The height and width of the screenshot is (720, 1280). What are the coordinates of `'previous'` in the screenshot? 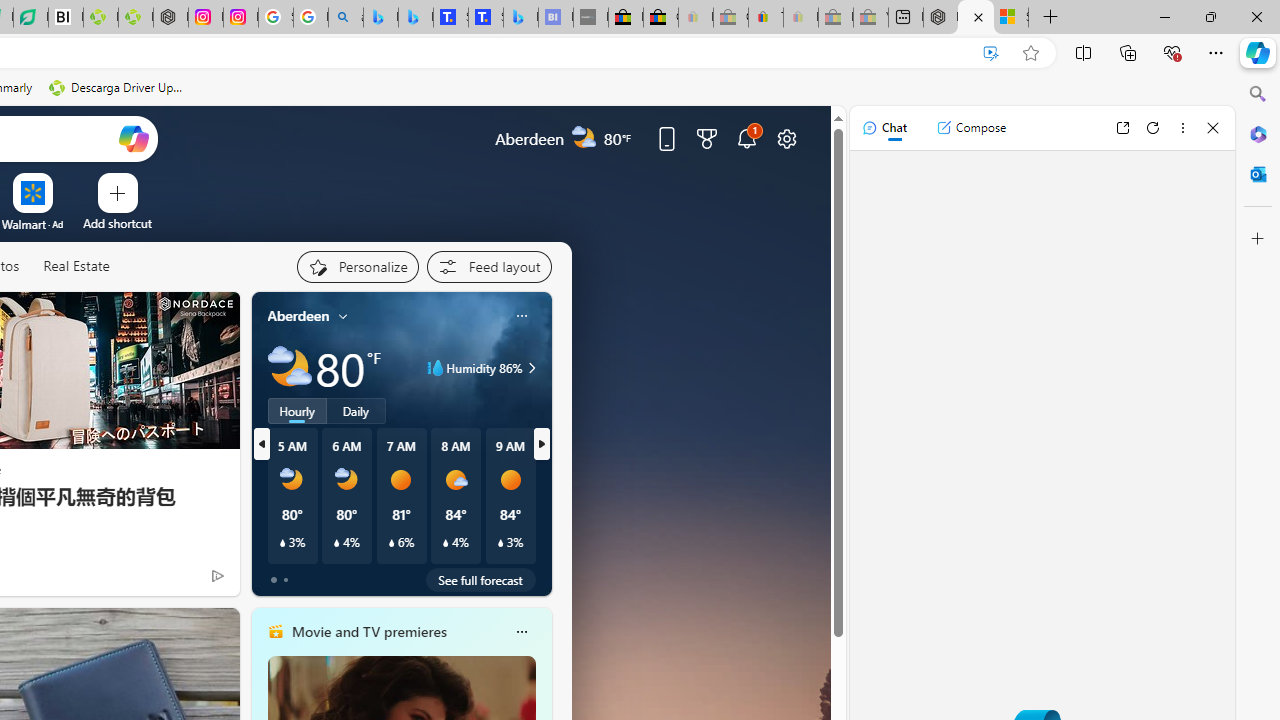 It's located at (260, 442).